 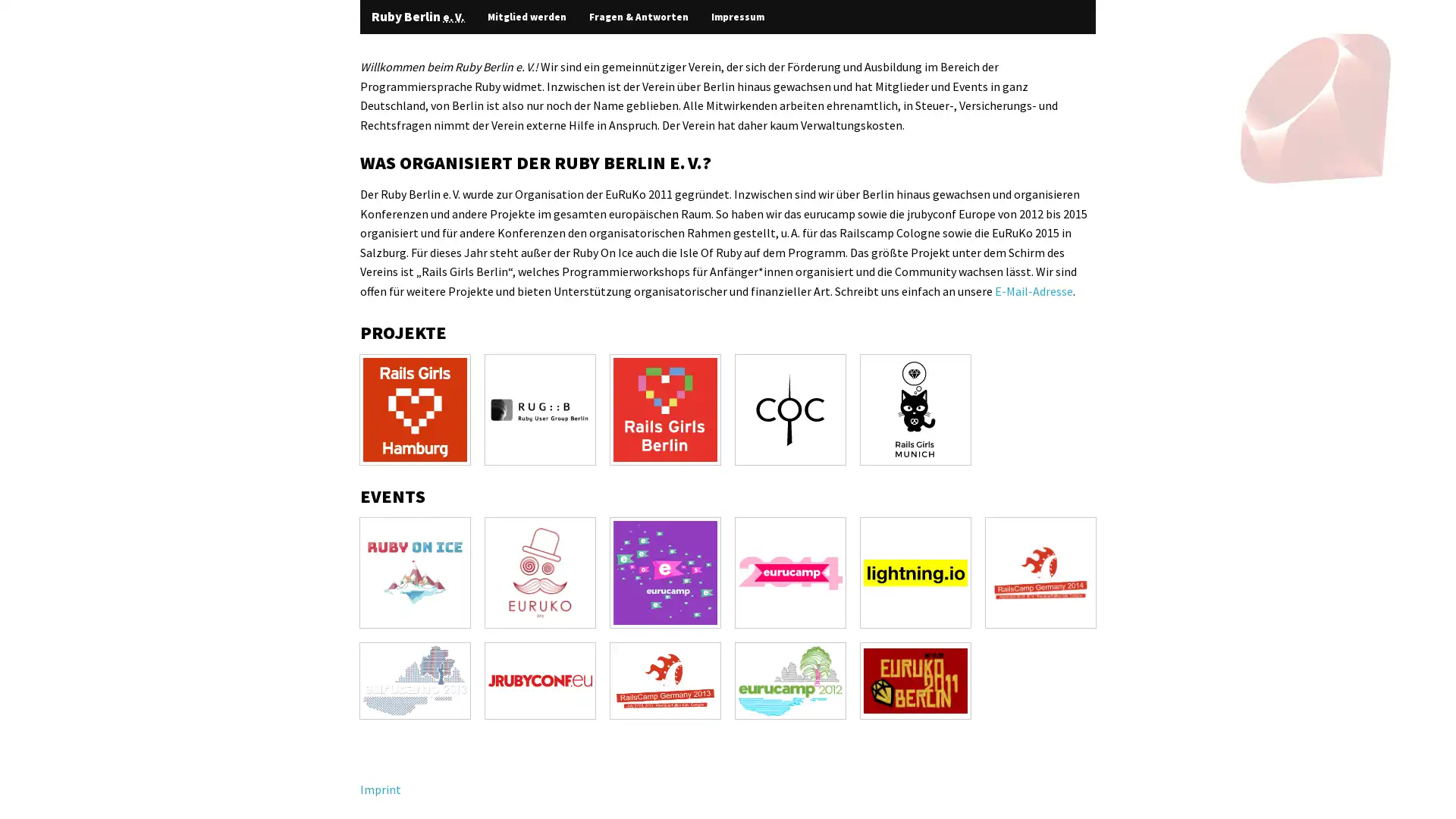 What do you see at coordinates (415, 573) in the screenshot?
I see `Rubyonice 2018` at bounding box center [415, 573].